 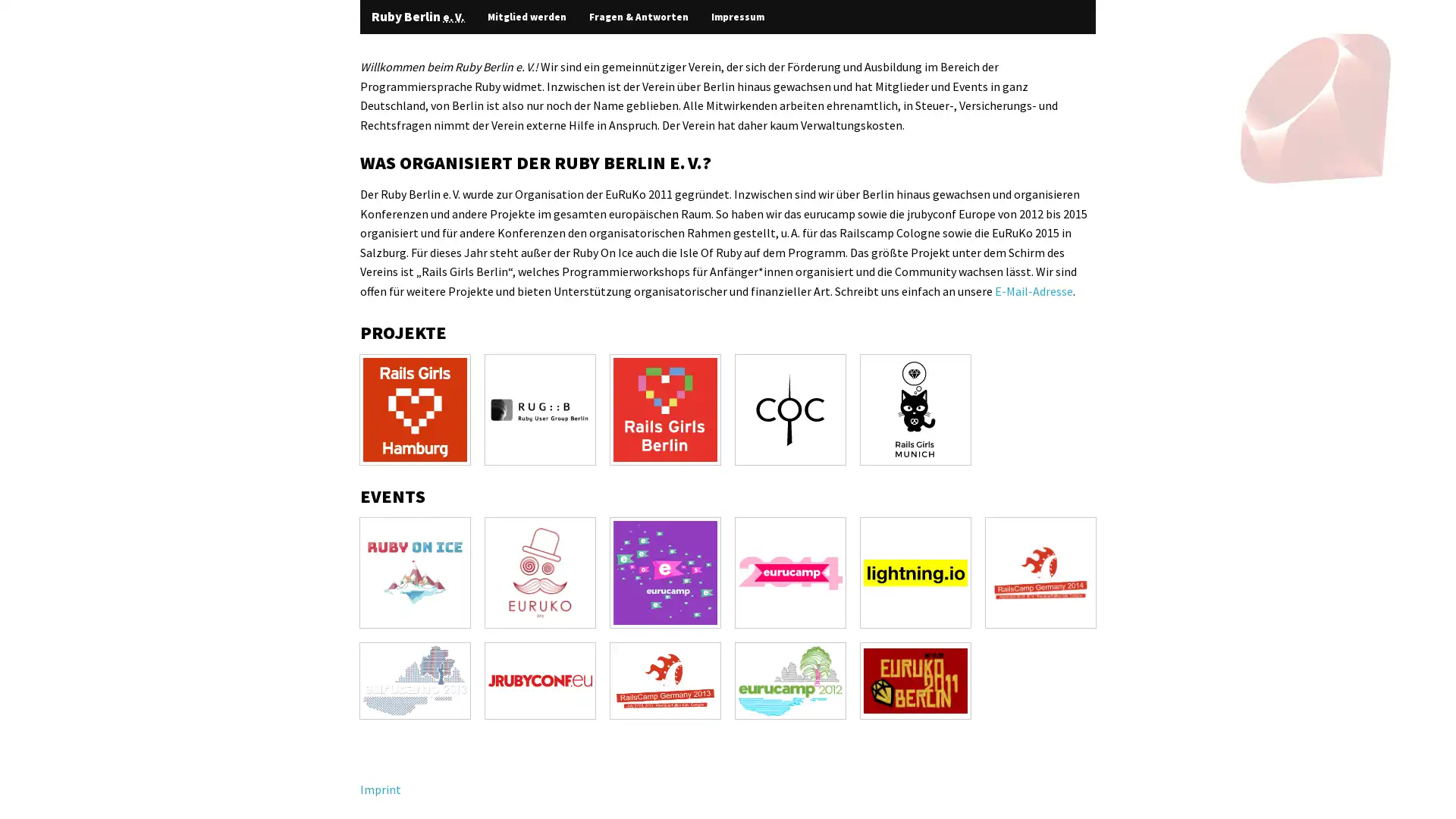 What do you see at coordinates (415, 573) in the screenshot?
I see `Rubyonice 2018` at bounding box center [415, 573].